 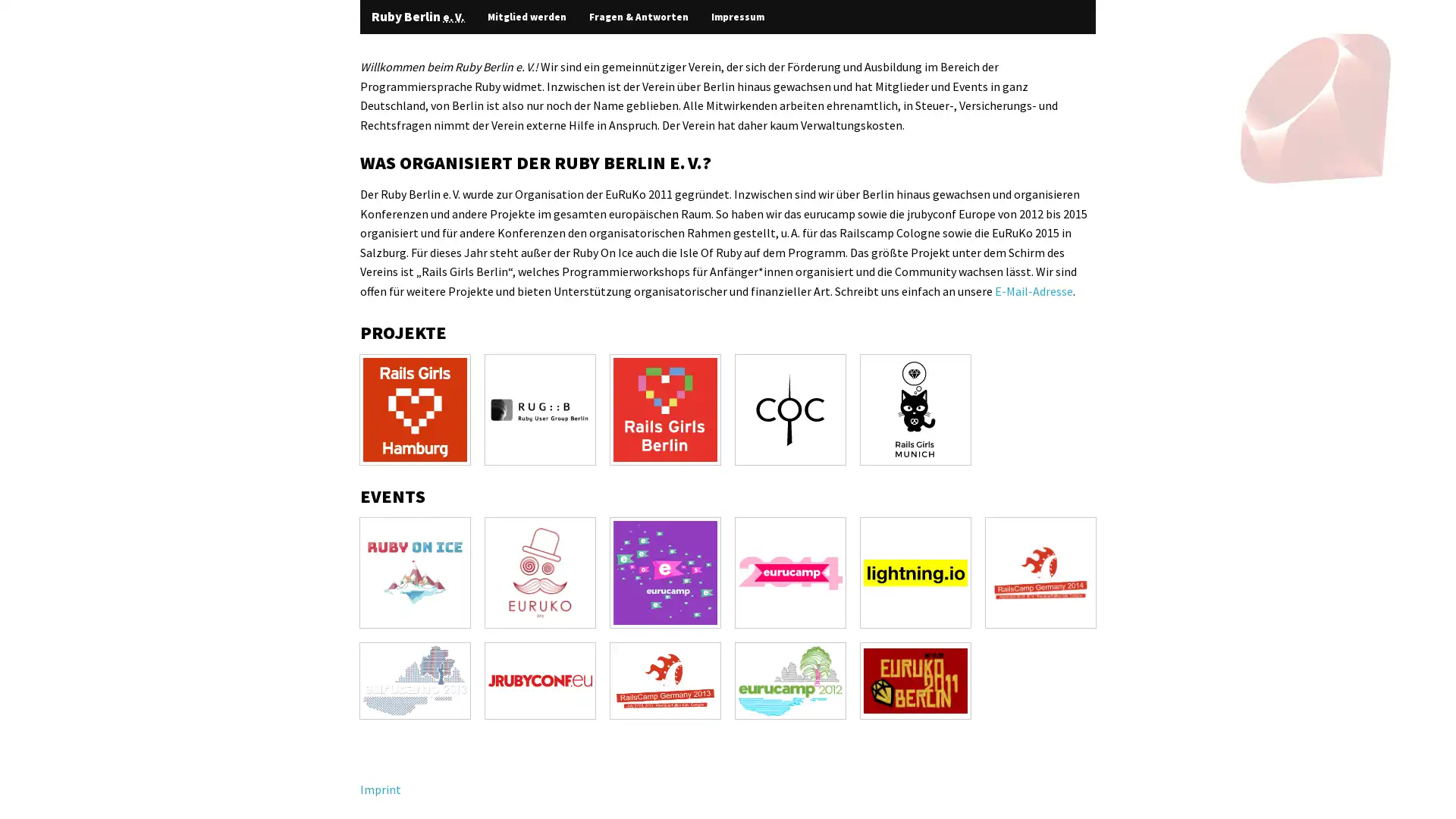 What do you see at coordinates (415, 573) in the screenshot?
I see `Rubyonice 2018` at bounding box center [415, 573].